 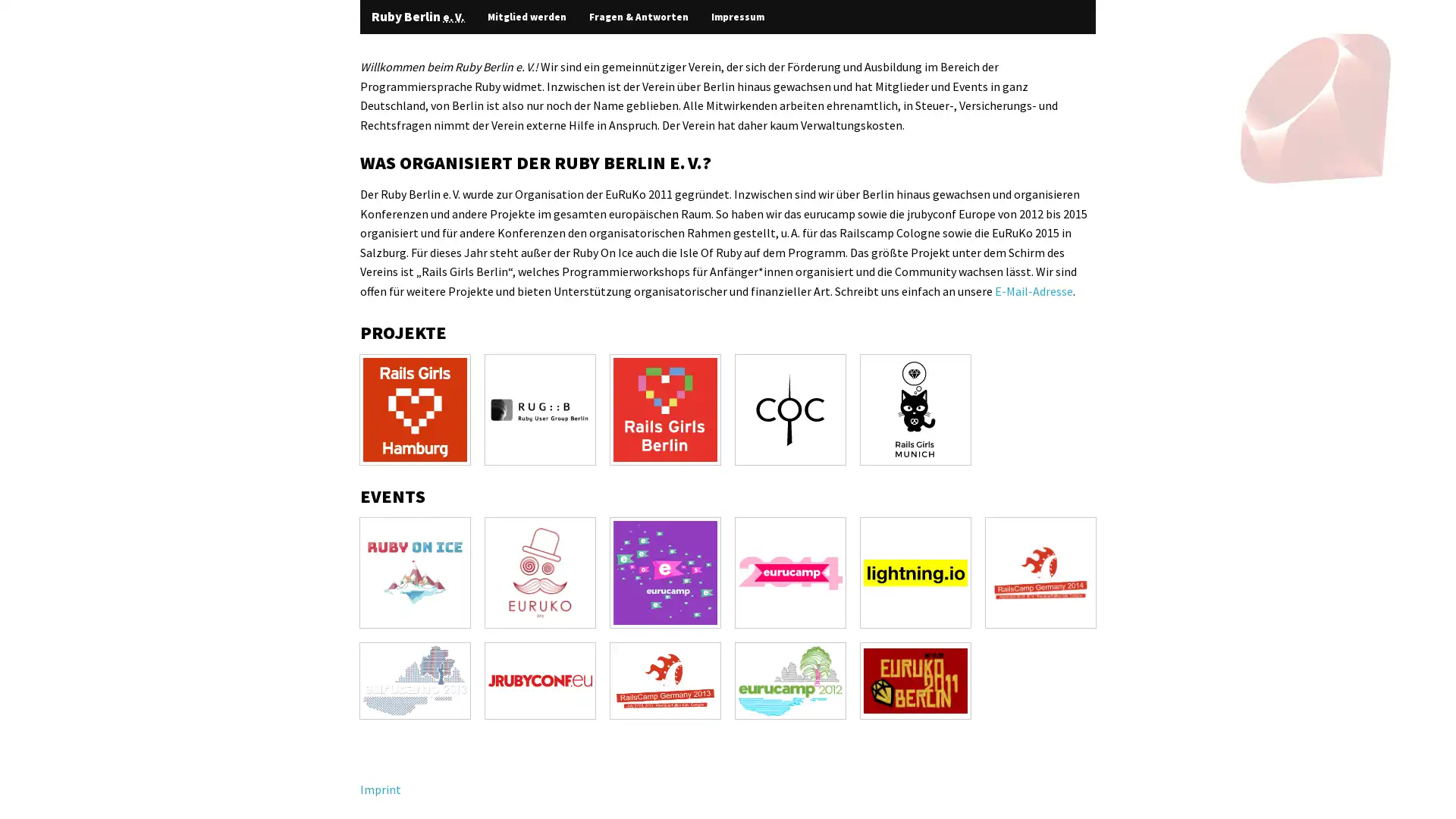 What do you see at coordinates (415, 573) in the screenshot?
I see `Rubyonice 2018` at bounding box center [415, 573].